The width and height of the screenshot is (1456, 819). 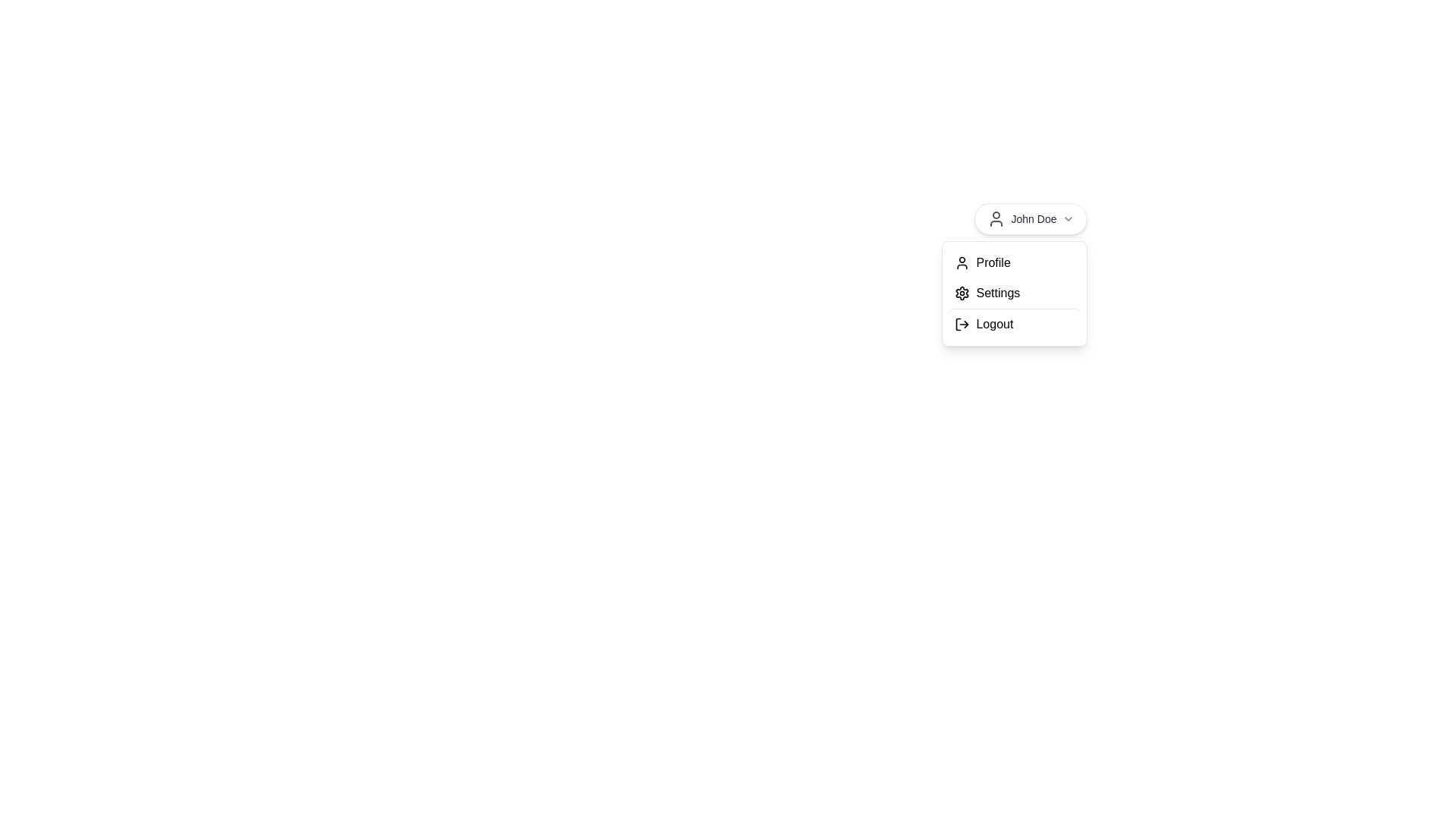 What do you see at coordinates (962, 293) in the screenshot?
I see `the visual representation of the outer gear shape of the settings icon, which is located to the right of the 'Profile' option and above the 'Logout' option in the dropdown menu under the user name 'John Doe'` at bounding box center [962, 293].